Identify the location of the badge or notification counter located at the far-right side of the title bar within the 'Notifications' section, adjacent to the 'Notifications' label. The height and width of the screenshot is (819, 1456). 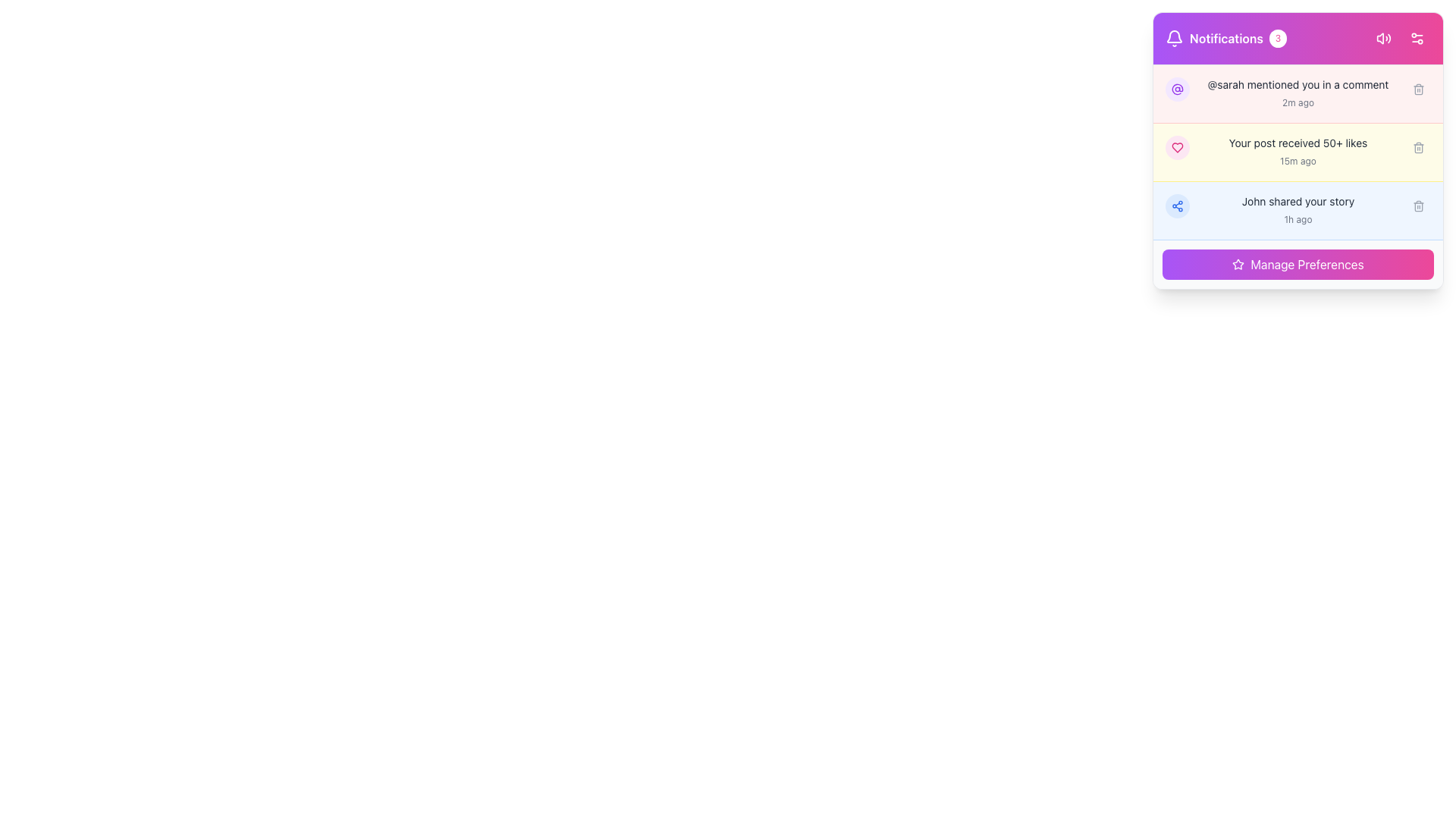
(1277, 37).